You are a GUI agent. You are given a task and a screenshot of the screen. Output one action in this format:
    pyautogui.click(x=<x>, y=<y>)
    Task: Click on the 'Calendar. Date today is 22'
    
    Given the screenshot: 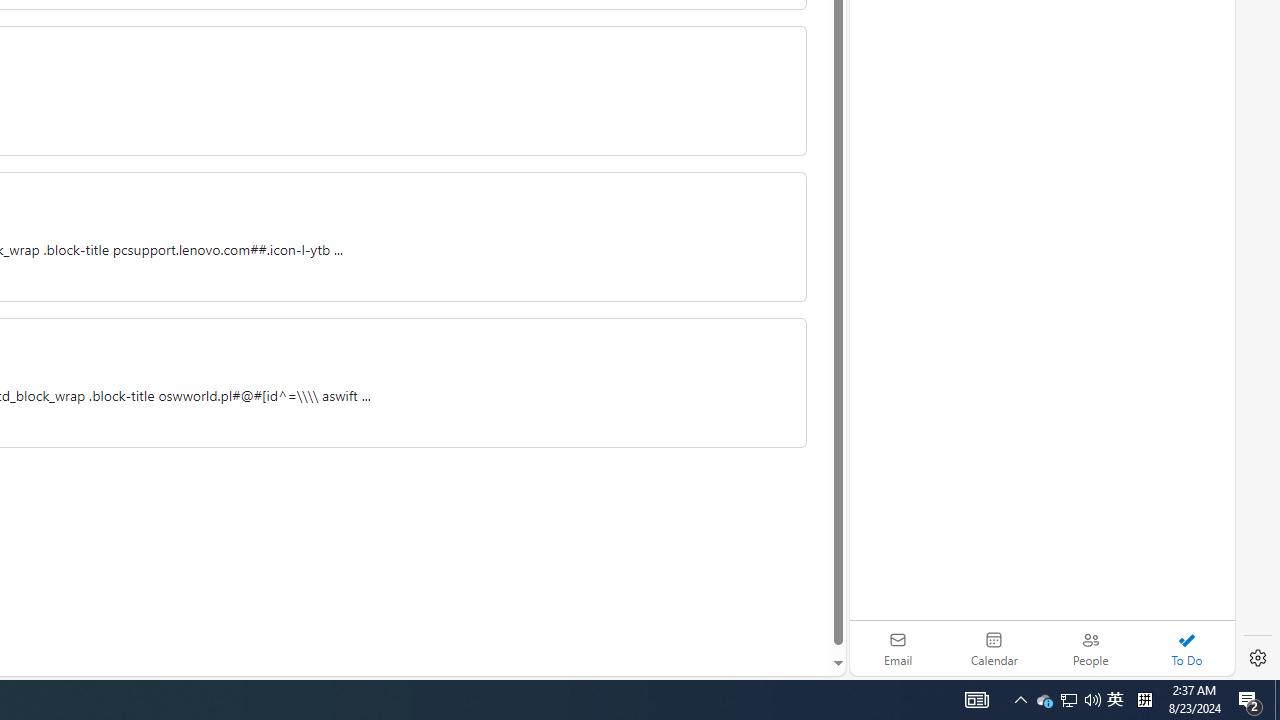 What is the action you would take?
    pyautogui.click(x=994, y=648)
    